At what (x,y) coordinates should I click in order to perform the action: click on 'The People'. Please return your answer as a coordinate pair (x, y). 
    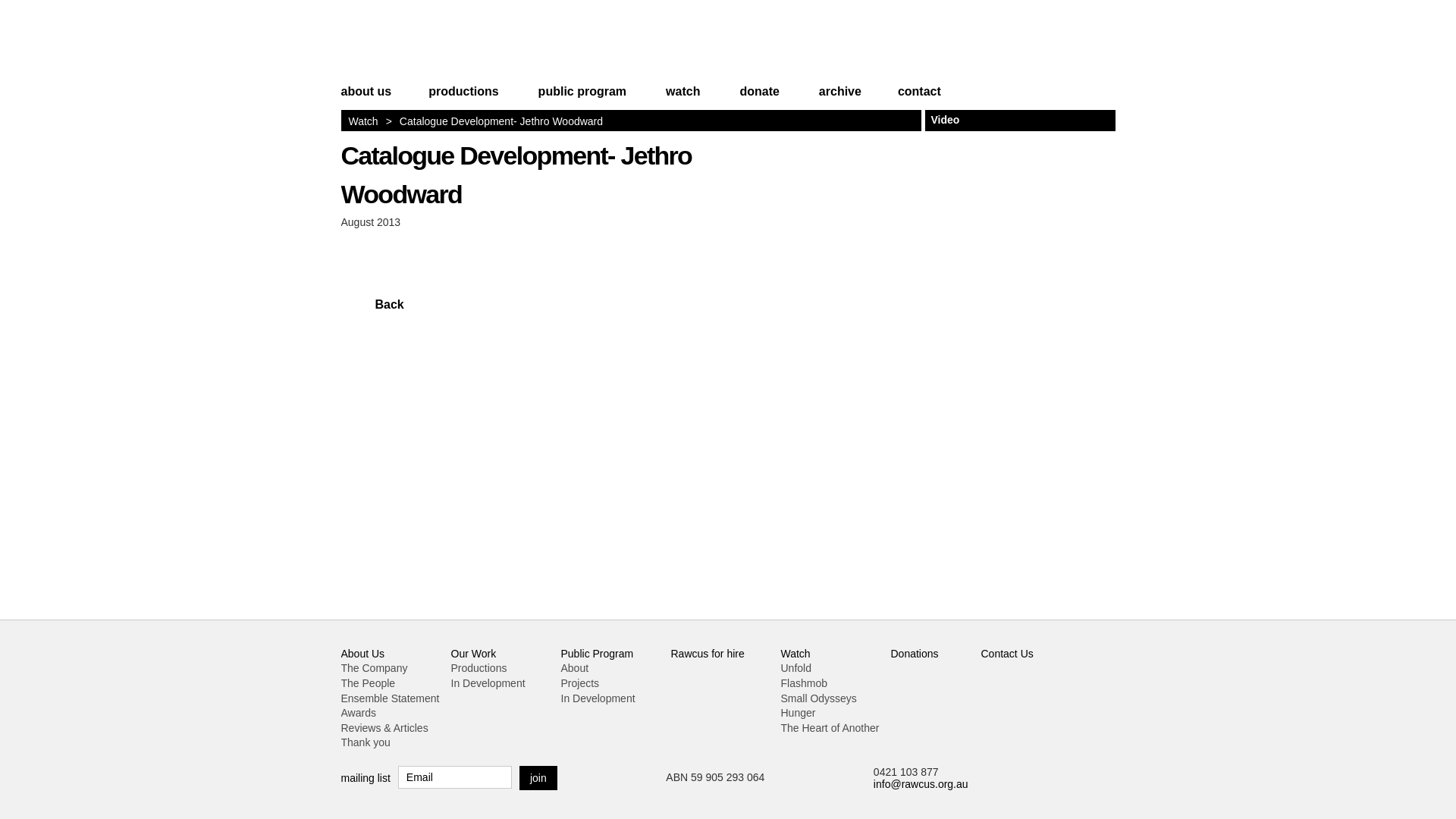
    Looking at the image, I should click on (368, 683).